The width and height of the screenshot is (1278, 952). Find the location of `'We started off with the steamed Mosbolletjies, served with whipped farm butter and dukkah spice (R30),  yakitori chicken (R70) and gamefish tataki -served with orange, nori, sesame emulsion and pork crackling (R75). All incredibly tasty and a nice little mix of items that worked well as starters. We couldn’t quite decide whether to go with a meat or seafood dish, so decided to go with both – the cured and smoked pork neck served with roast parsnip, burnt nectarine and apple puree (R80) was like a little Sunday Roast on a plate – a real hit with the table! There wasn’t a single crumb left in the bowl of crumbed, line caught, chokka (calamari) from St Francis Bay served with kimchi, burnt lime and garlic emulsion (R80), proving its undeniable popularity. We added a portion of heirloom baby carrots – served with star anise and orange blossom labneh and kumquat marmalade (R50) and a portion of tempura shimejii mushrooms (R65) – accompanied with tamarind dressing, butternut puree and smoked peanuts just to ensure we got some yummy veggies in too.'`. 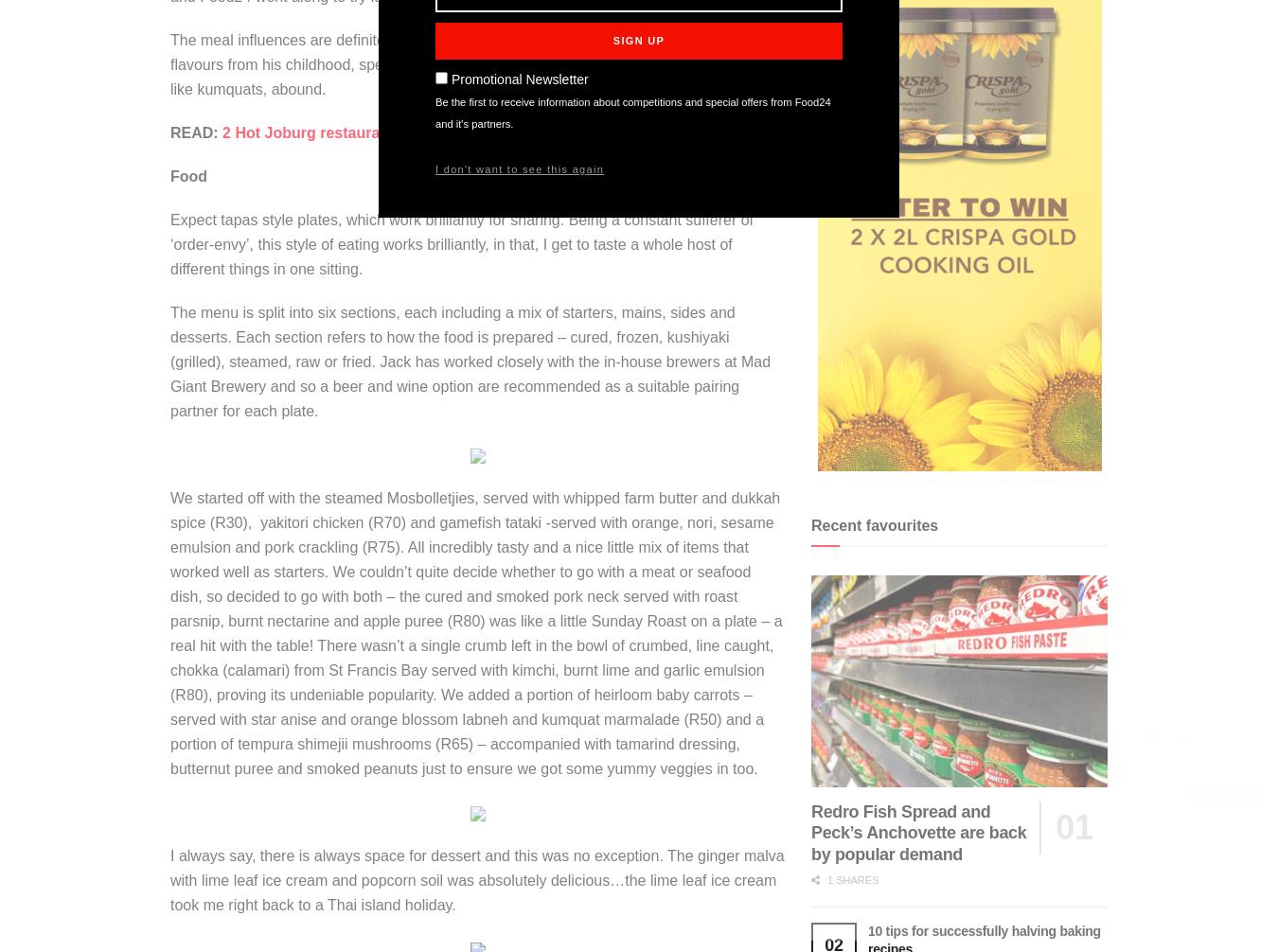

'We started off with the steamed Mosbolletjies, served with whipped farm butter and dukkah spice (R30),  yakitori chicken (R70) and gamefish tataki -served with orange, nori, sesame emulsion and pork crackling (R75). All incredibly tasty and a nice little mix of items that worked well as starters. We couldn’t quite decide whether to go with a meat or seafood dish, so decided to go with both – the cured and smoked pork neck served with roast parsnip, burnt nectarine and apple puree (R80) was like a little Sunday Roast on a plate – a real hit with the table! There wasn’t a single crumb left in the bowl of crumbed, line caught, chokka (calamari) from St Francis Bay served with kimchi, burnt lime and garlic emulsion (R80), proving its undeniable popularity. We added a portion of heirloom baby carrots – served with star anise and orange blossom labneh and kumquat marmalade (R50) and a portion of tempura shimejii mushrooms (R65) – accompanied with tamarind dressing, butternut puree and smoked peanuts just to ensure we got some yummy veggies in too.' is located at coordinates (475, 632).